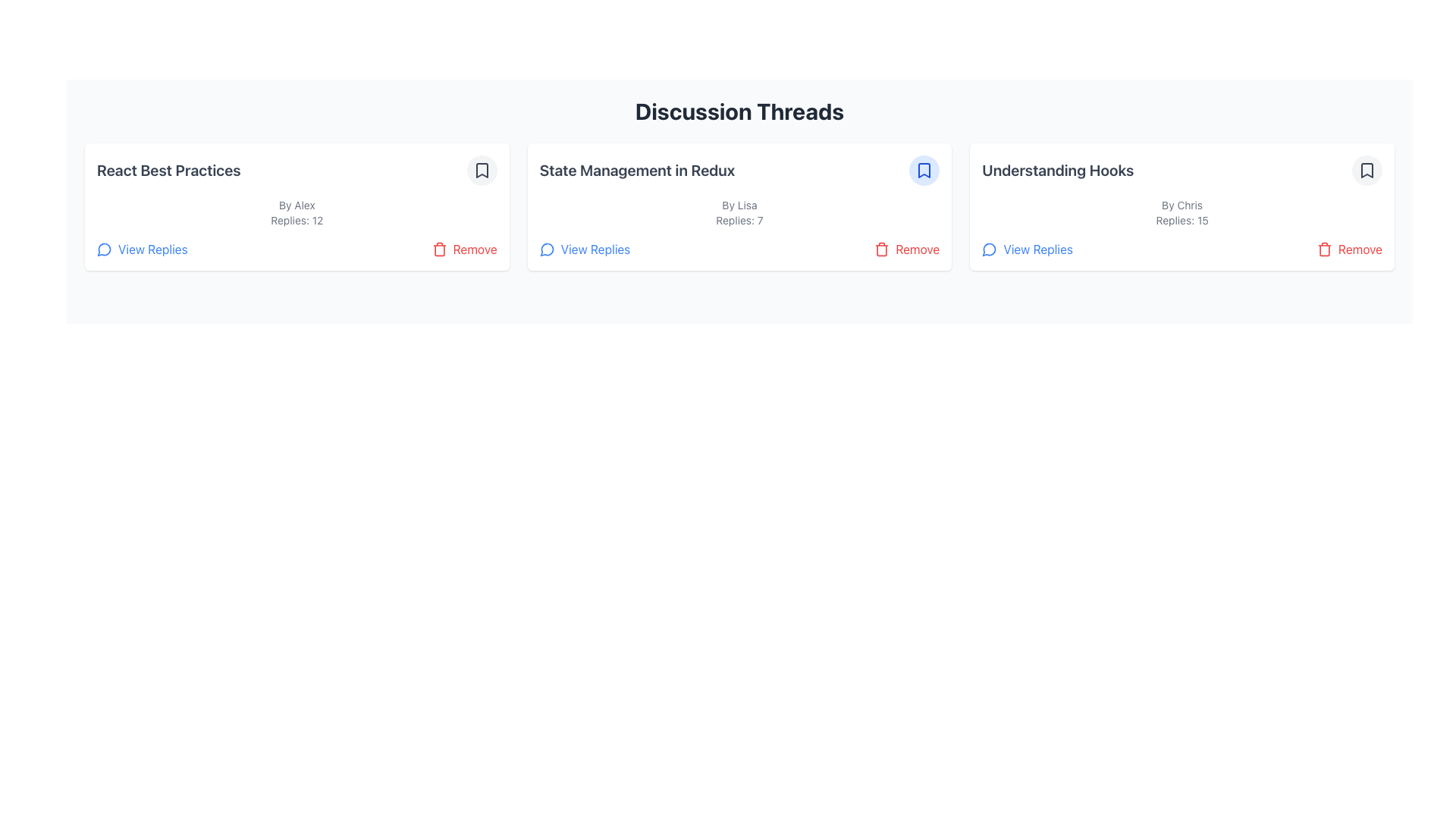 This screenshot has width=1456, height=819. What do you see at coordinates (1028, 248) in the screenshot?
I see `the 'View Replies' button located at the bottom-left section of the 'Understanding Hooks' discussion thread card` at bounding box center [1028, 248].